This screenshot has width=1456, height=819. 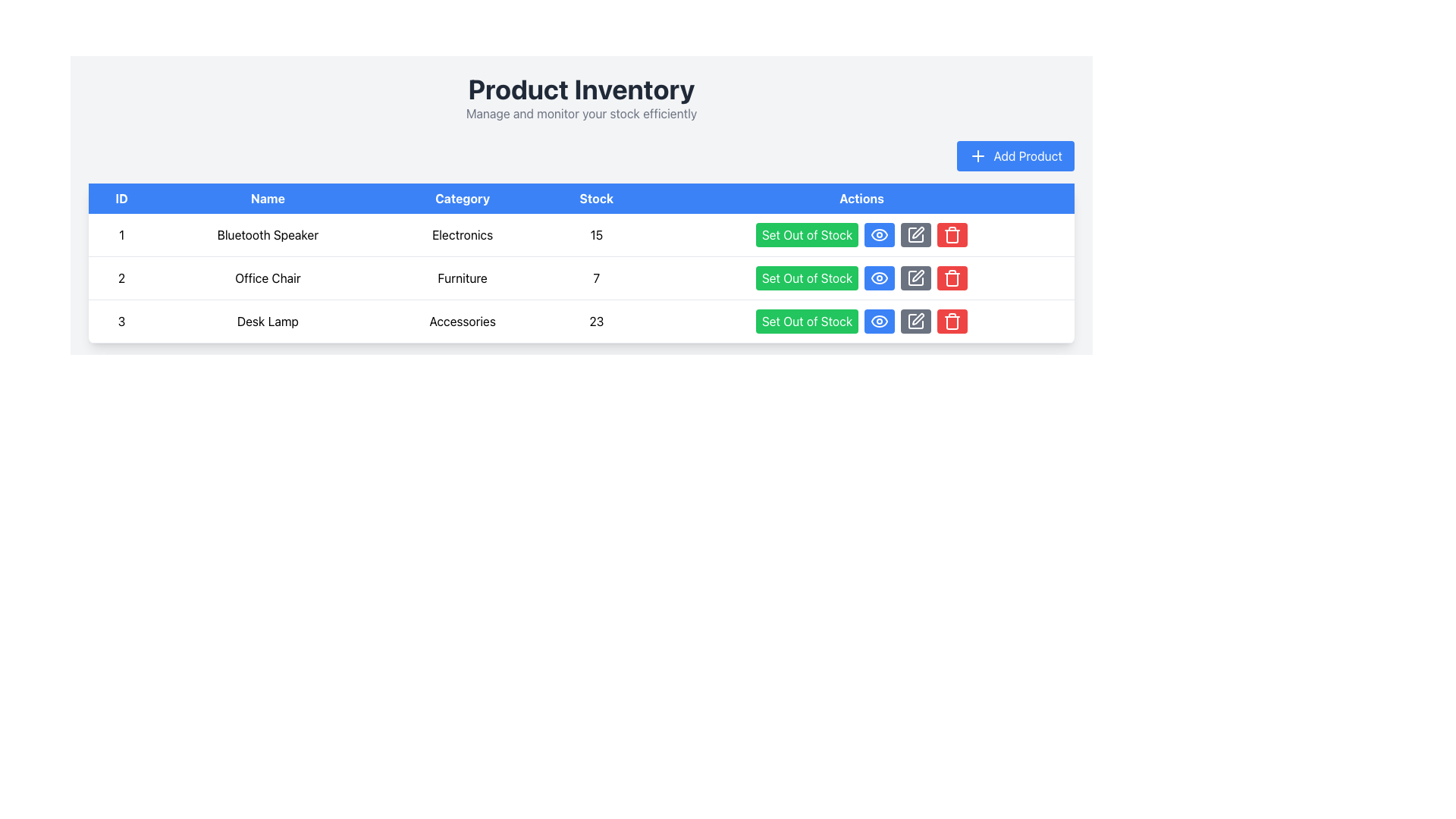 I want to click on the text display element that shows the number '7' in the 'Stock' column for 'Office Chair' in the inventory list, so click(x=595, y=278).